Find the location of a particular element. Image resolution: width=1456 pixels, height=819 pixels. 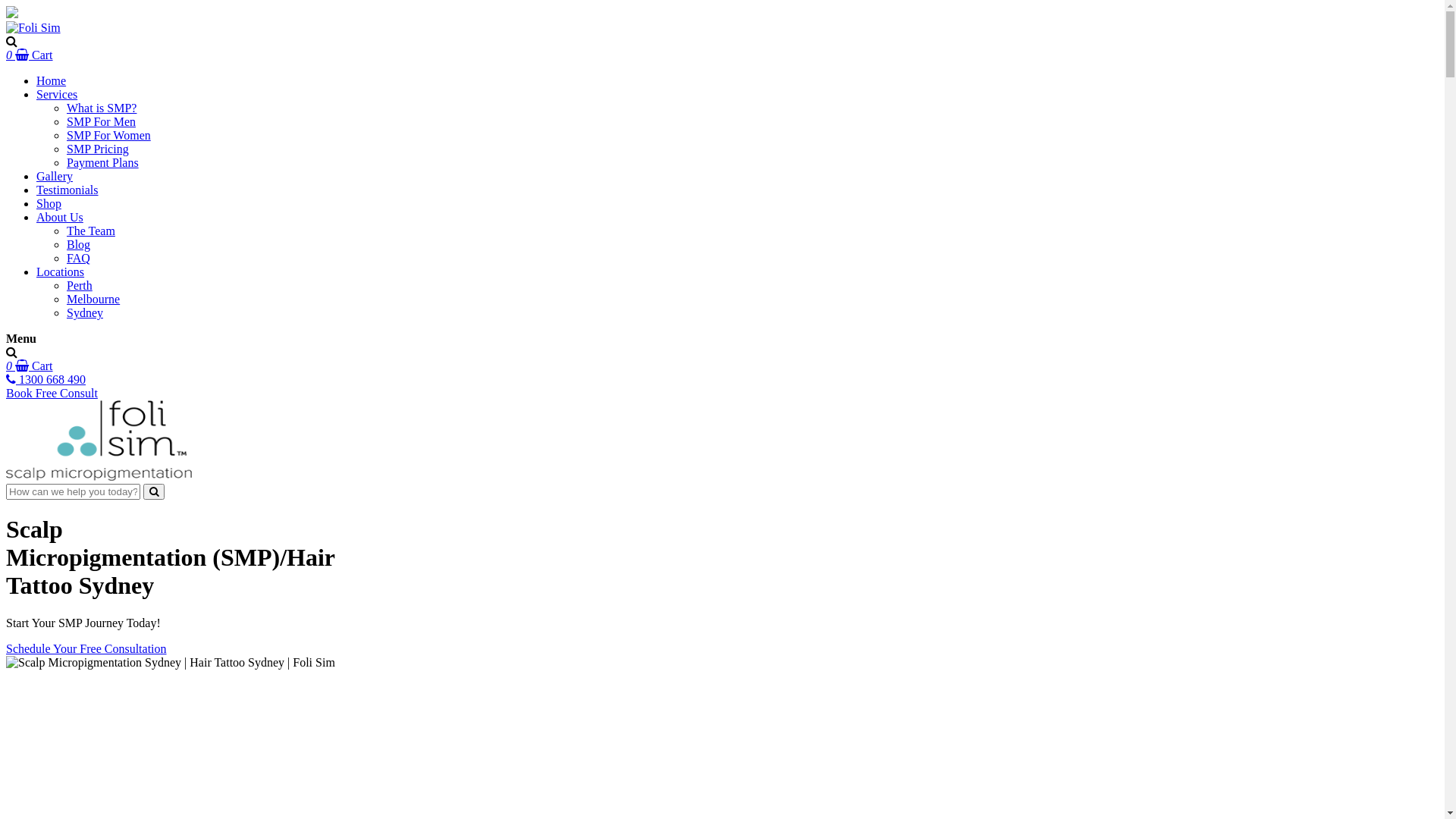

'Book Free Consult' is located at coordinates (52, 392).